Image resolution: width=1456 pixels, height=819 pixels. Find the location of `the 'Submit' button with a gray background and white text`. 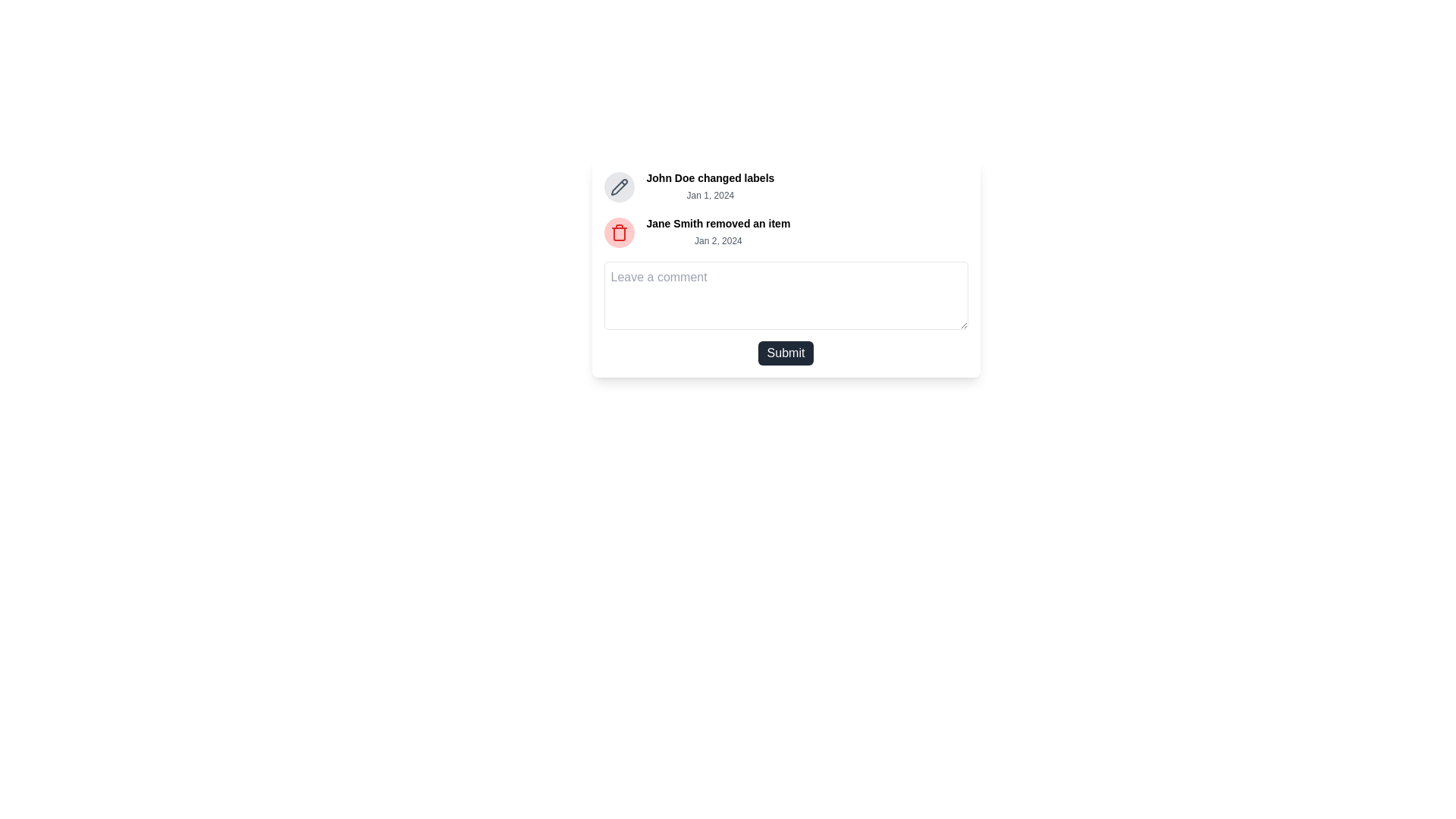

the 'Submit' button with a gray background and white text is located at coordinates (786, 353).